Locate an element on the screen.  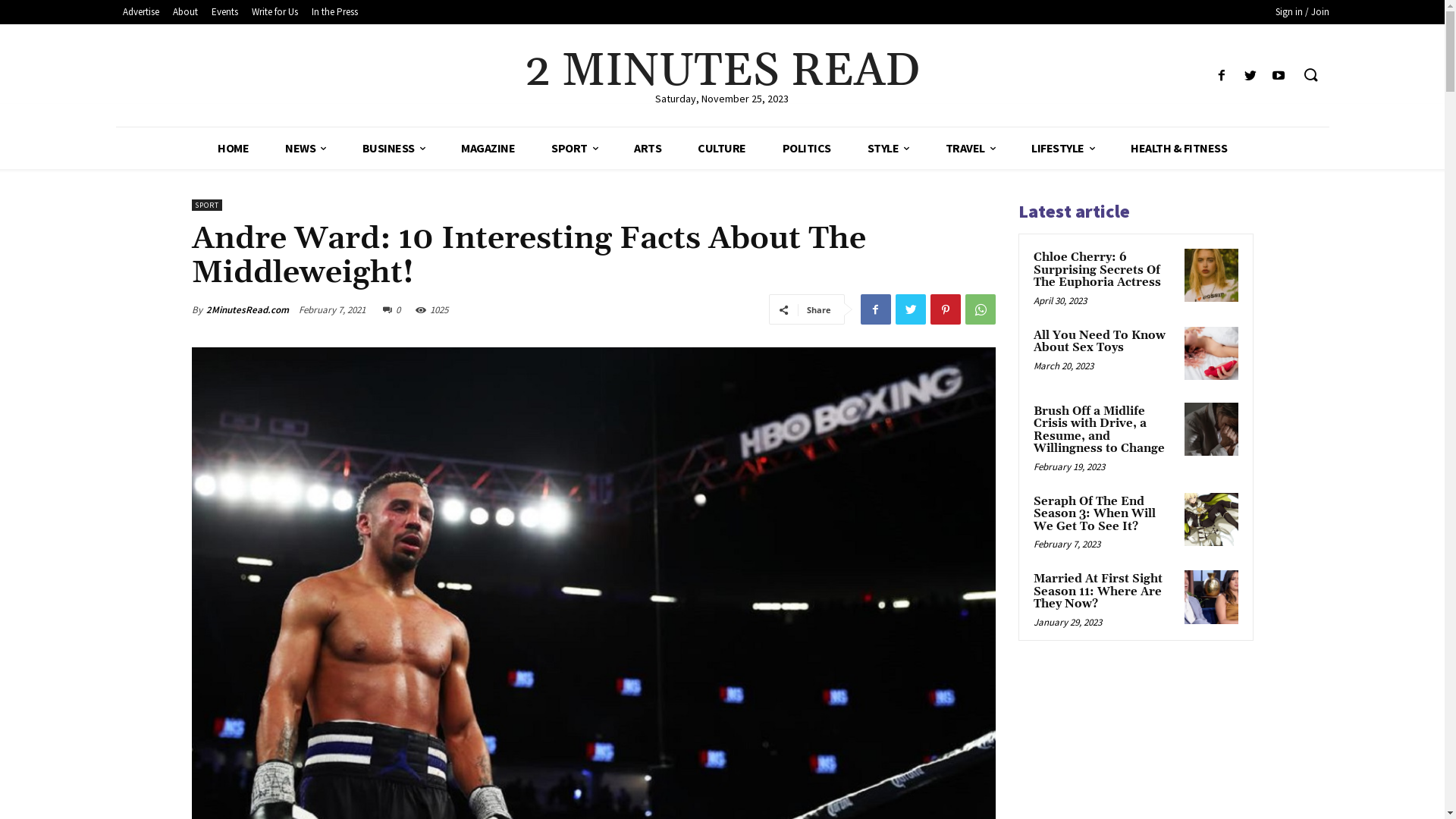
'Chloe Cherry: 6 Surprising Secrets Of The Euphoria Actress' is located at coordinates (1210, 275).